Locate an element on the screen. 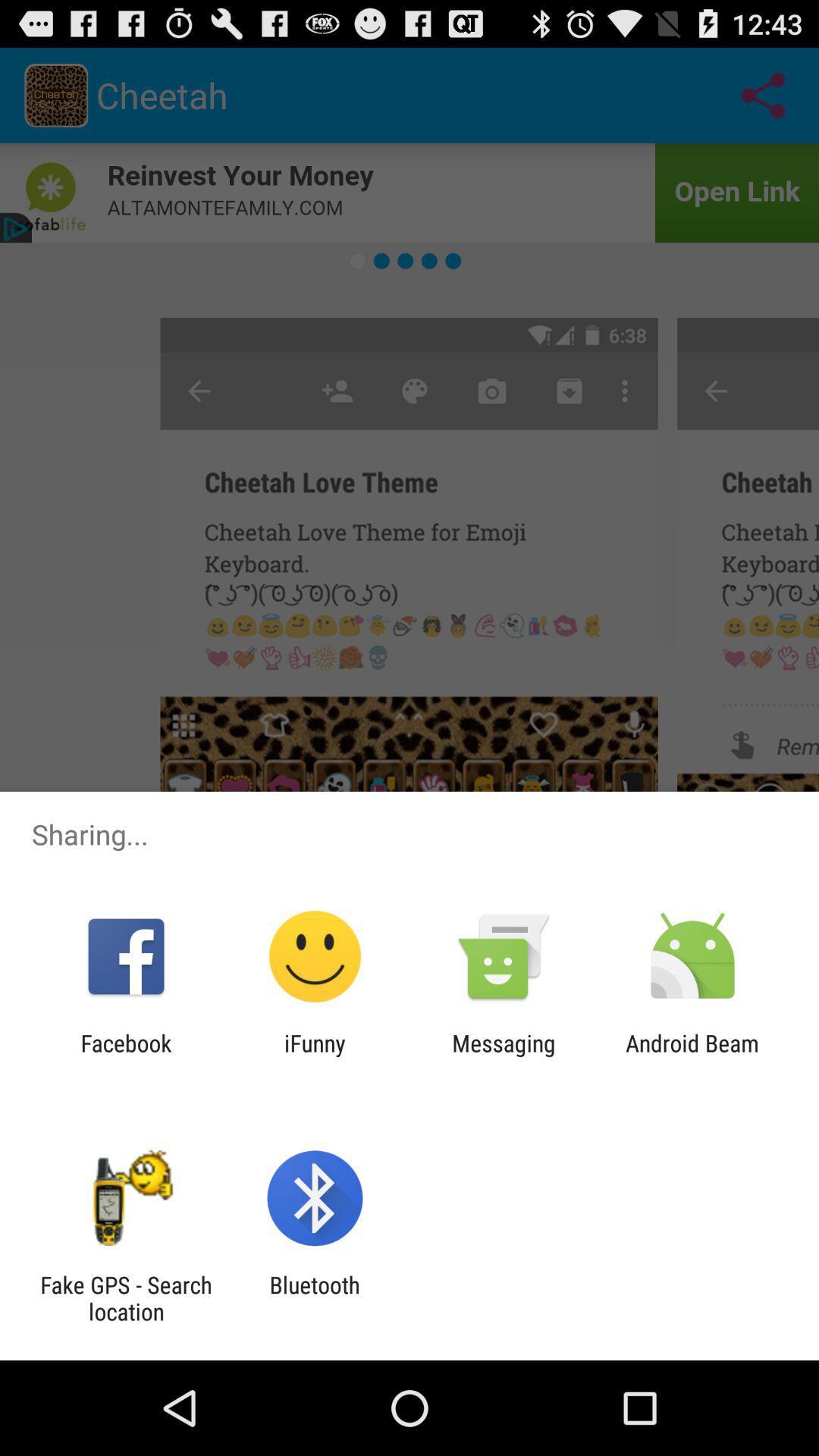 The width and height of the screenshot is (819, 1456). icon next to messaging item is located at coordinates (314, 1056).